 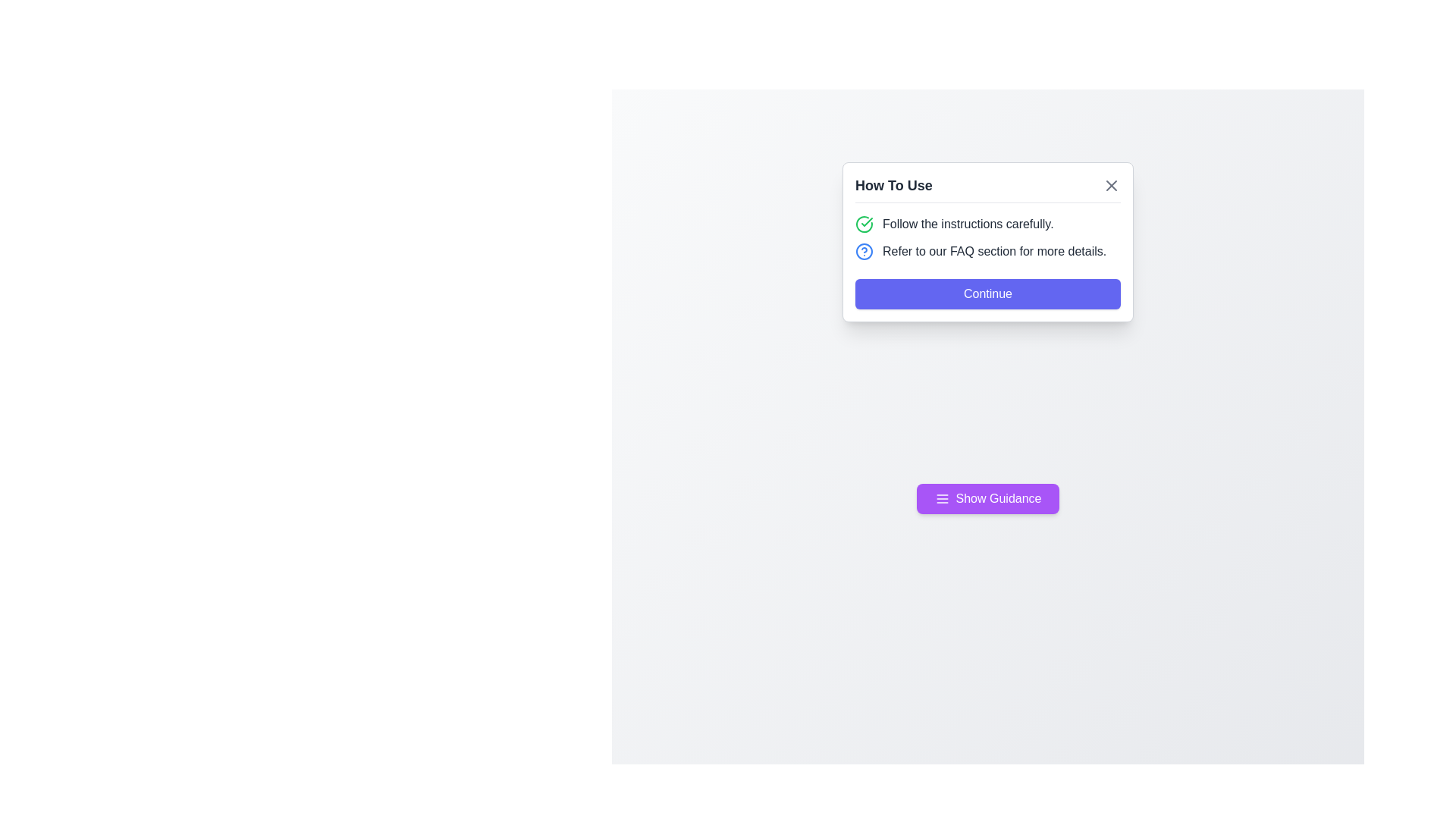 I want to click on the diagonal cross (X) shaped vector icon in the top-right corner of the 'How to Use' modal, so click(x=1111, y=185).